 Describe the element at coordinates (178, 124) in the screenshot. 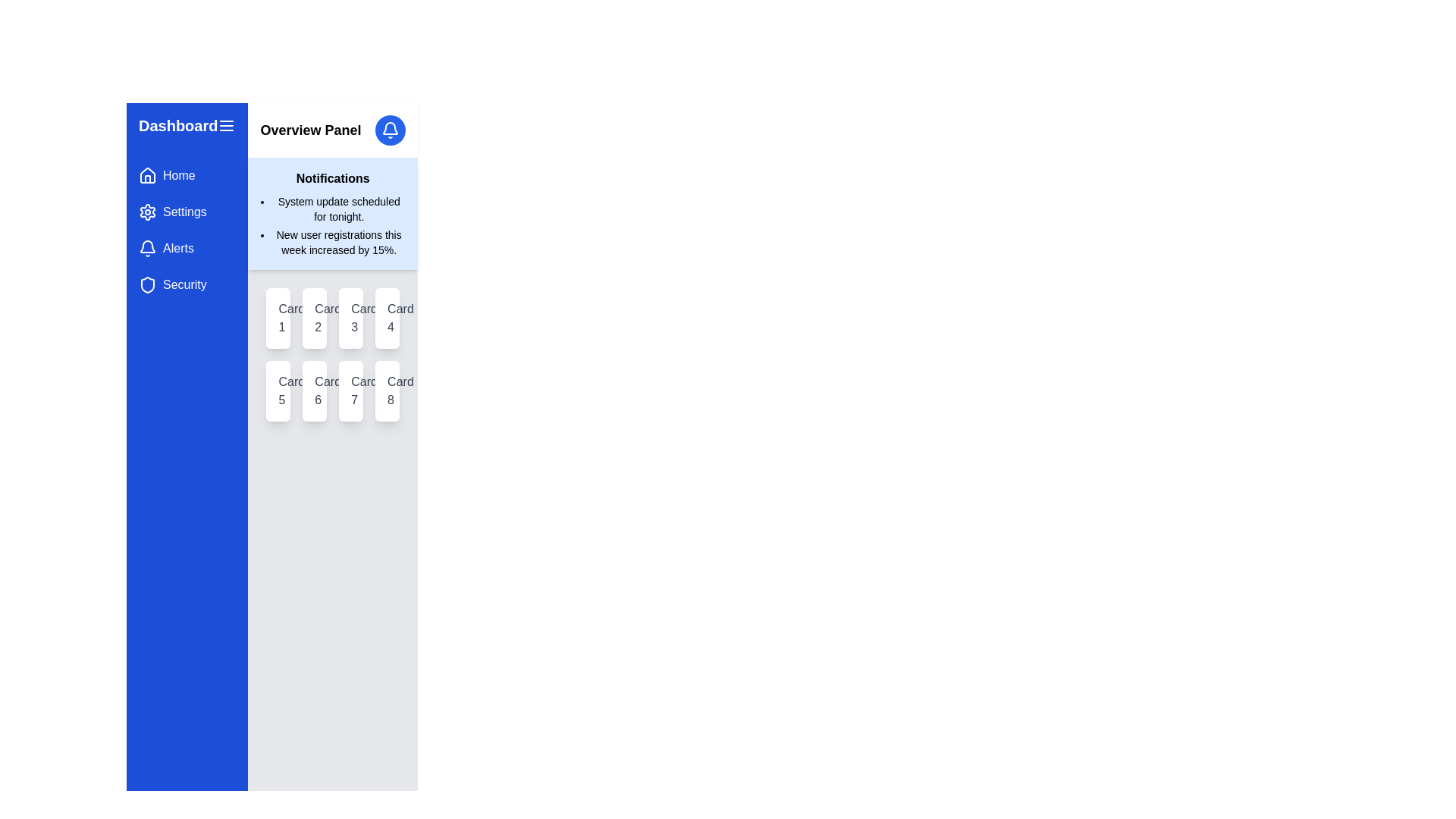

I see `the 'Dashboard' title label located at the top of the left sidebar menu, which indicates the functionality associated with the Dashboard view` at that location.